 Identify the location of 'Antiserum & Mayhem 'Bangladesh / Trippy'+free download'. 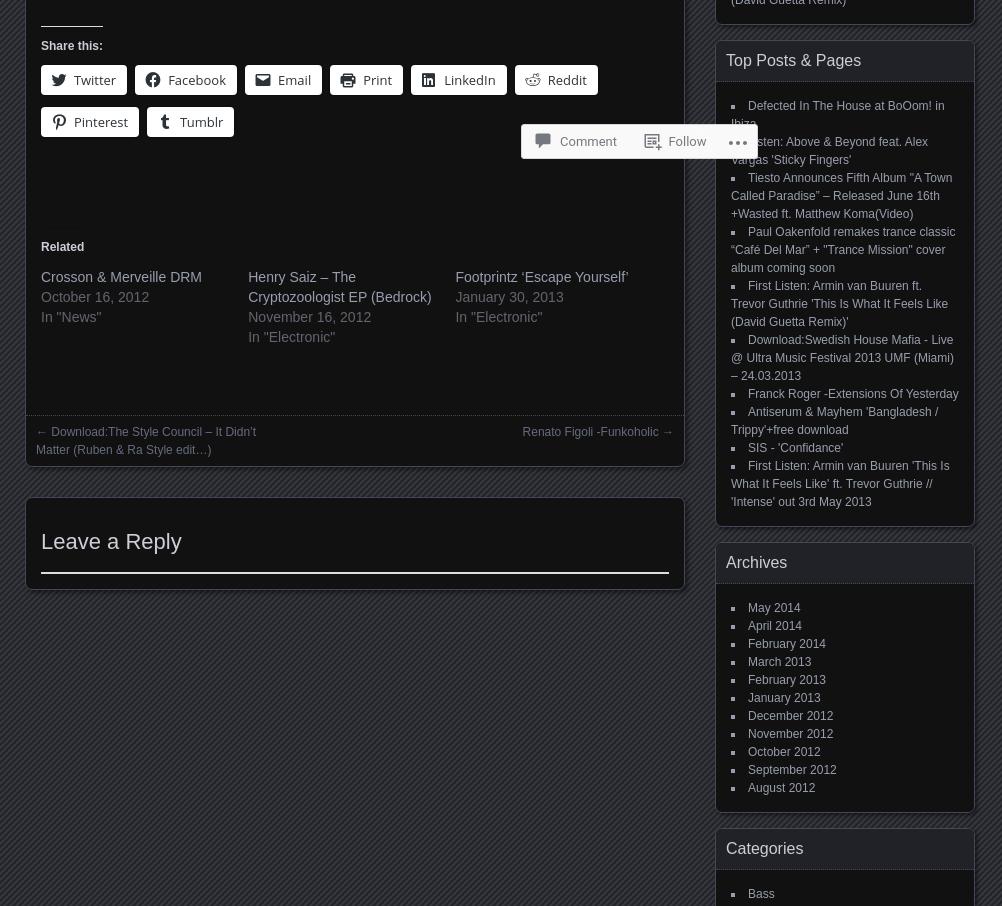
(833, 421).